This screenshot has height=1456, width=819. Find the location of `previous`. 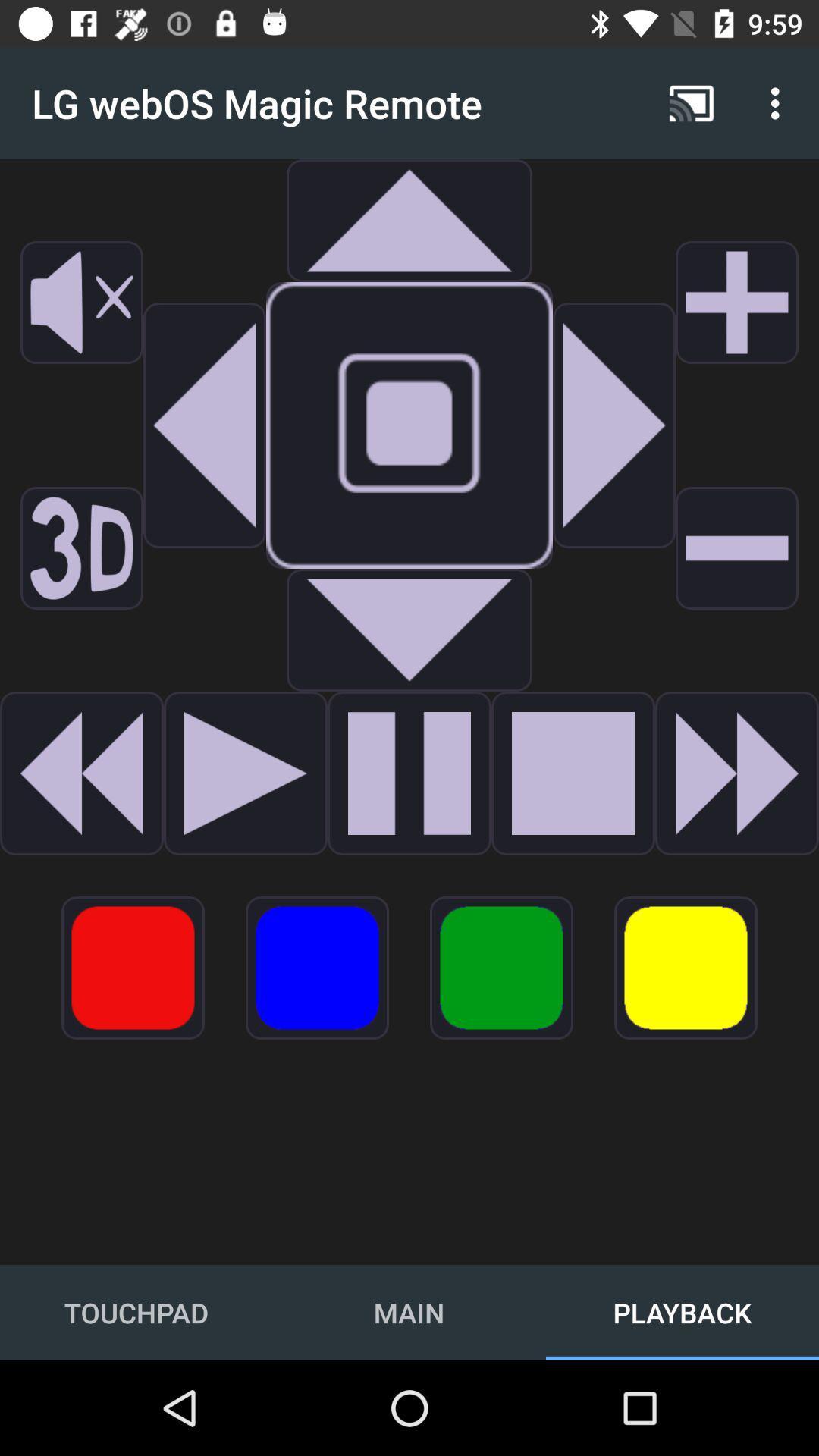

previous is located at coordinates (82, 773).